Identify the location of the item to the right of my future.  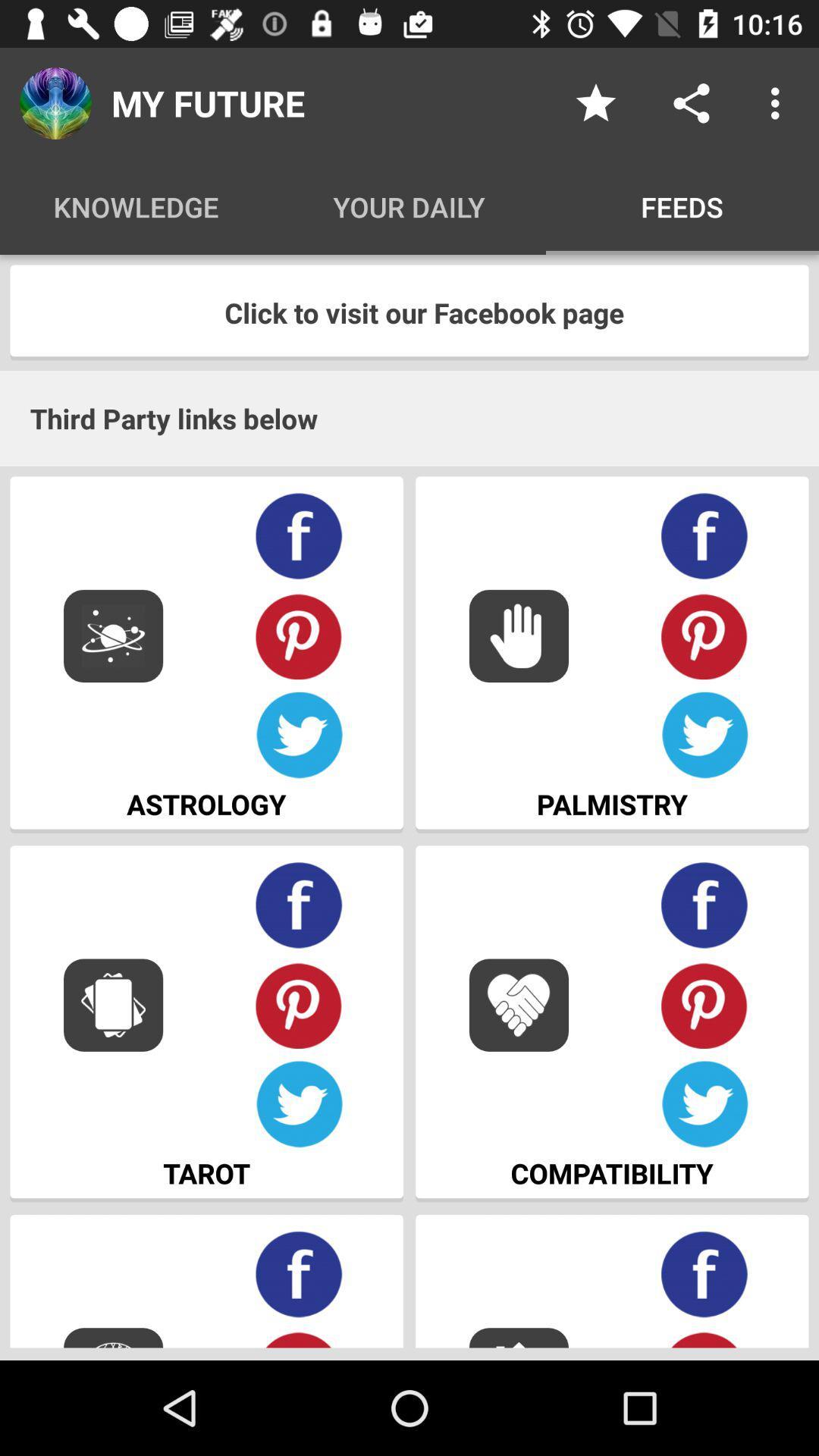
(595, 102).